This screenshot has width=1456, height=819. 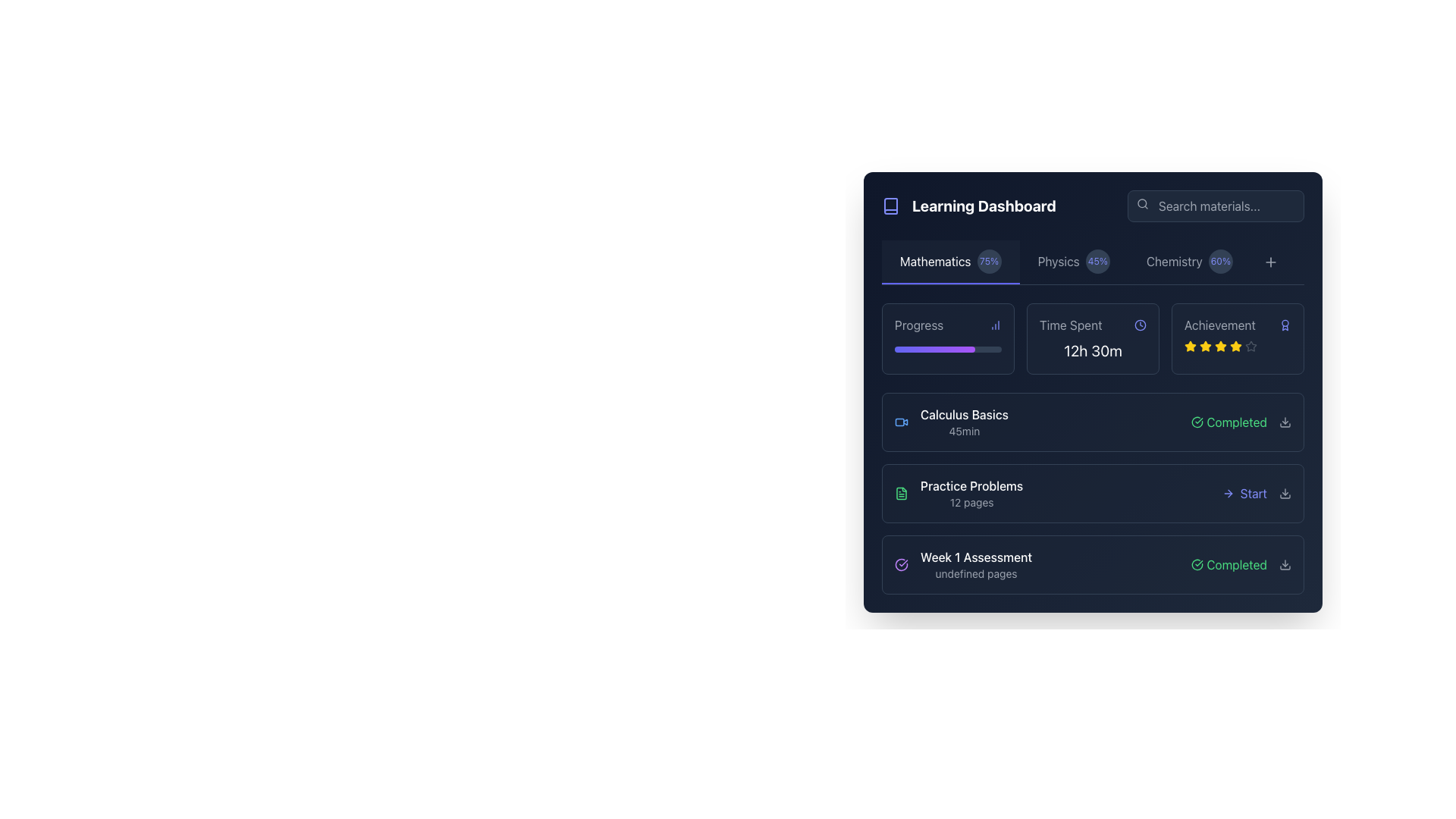 I want to click on the small green circle with a white checkmark inside, which indicates completion, located next to the text 'Completed' in the 'Calculus Basics' row, so click(x=1197, y=422).